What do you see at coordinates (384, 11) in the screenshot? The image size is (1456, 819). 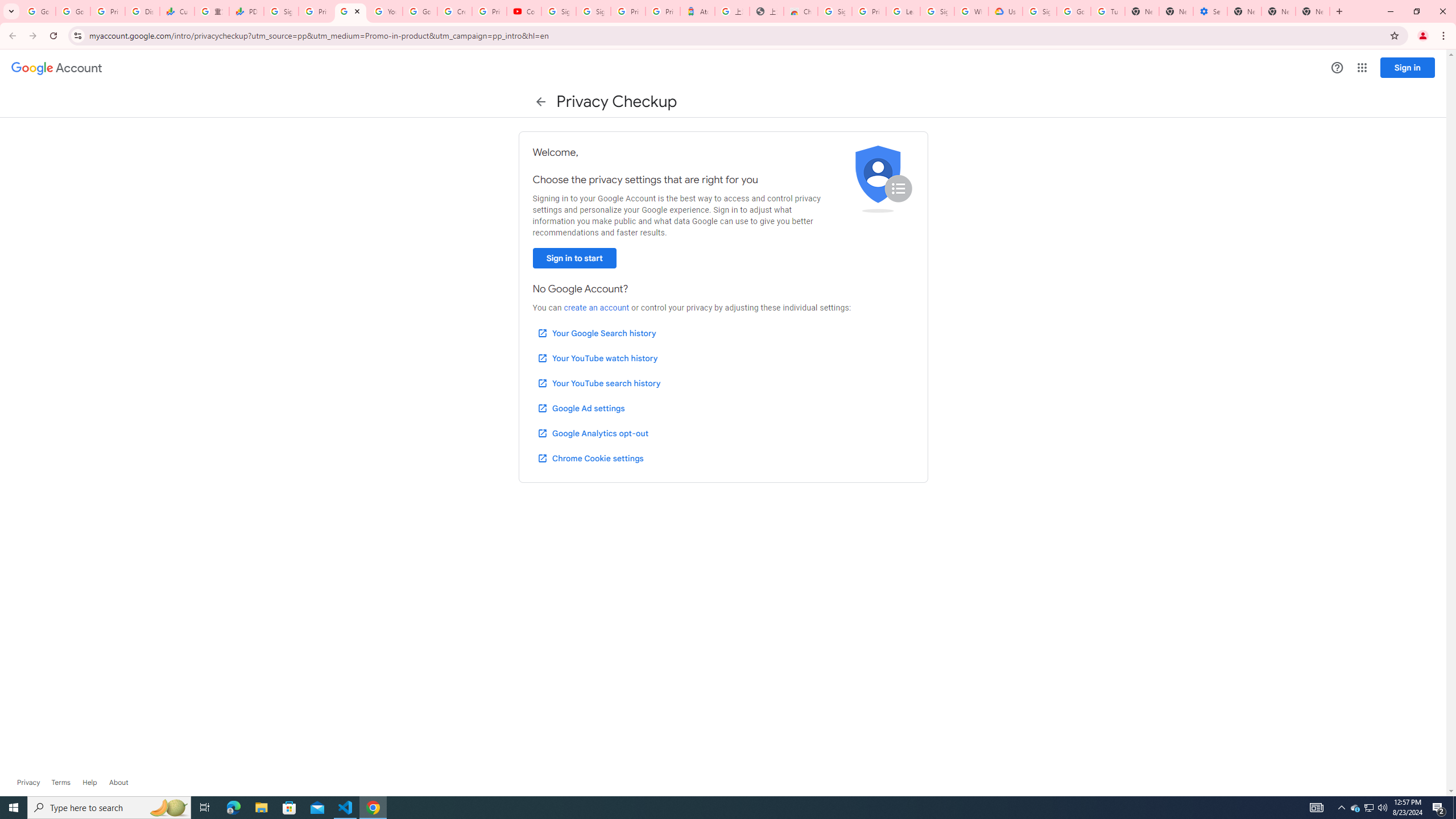 I see `'YouTube'` at bounding box center [384, 11].